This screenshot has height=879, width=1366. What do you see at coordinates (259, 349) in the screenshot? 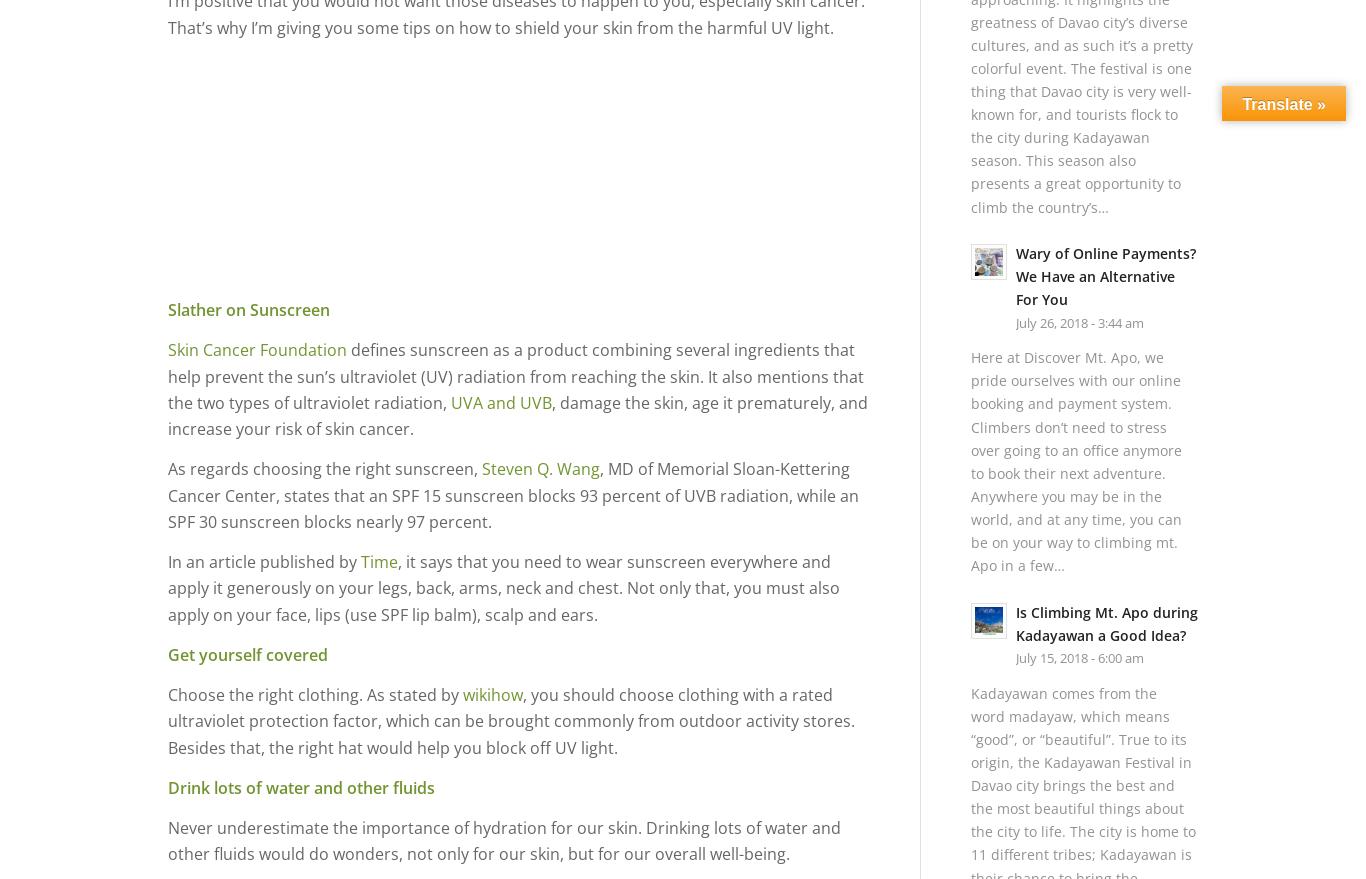
I see `'Skin Cancer Foundation'` at bounding box center [259, 349].